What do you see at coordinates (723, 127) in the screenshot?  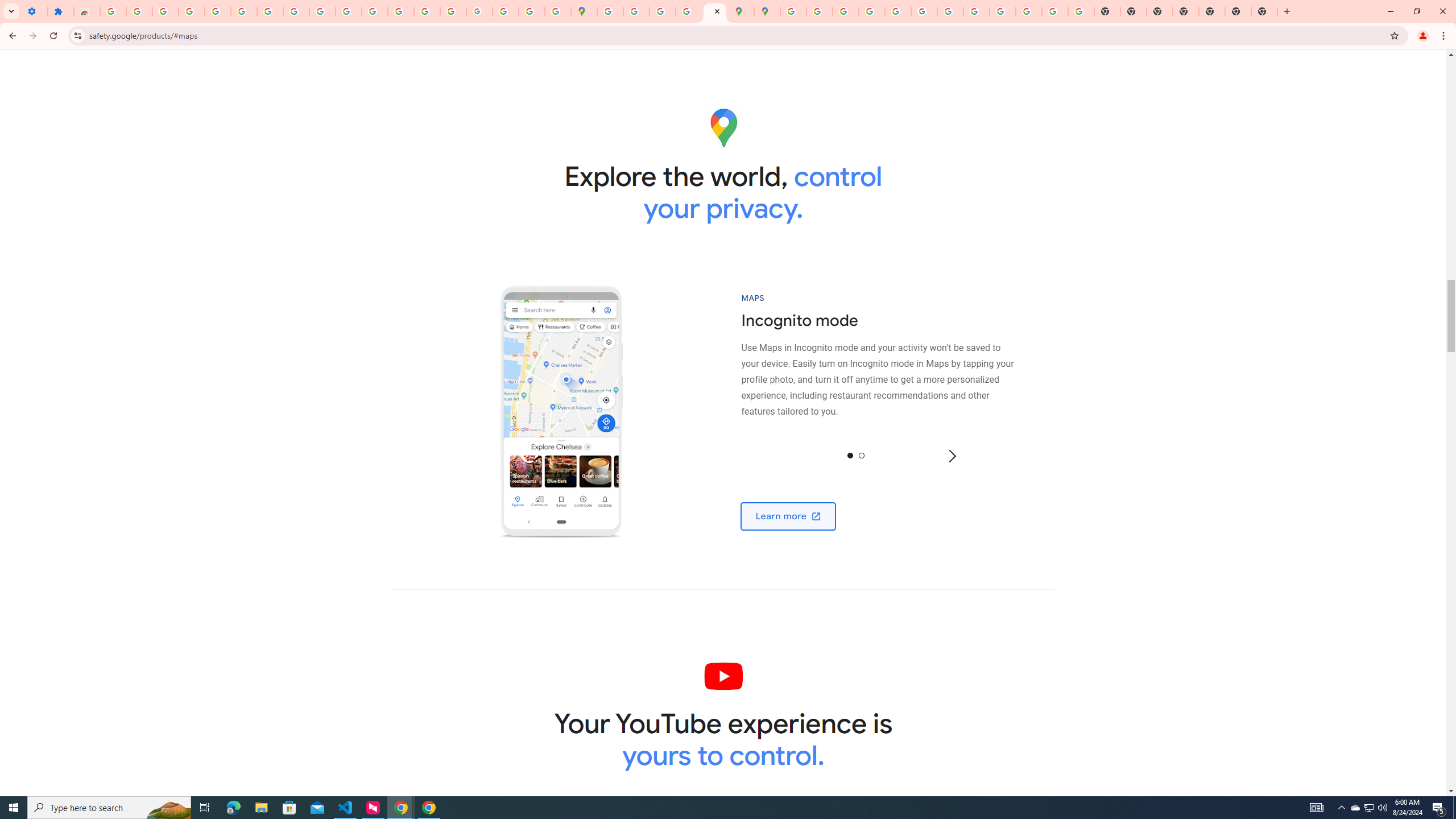 I see `'The Google Maps logo'` at bounding box center [723, 127].